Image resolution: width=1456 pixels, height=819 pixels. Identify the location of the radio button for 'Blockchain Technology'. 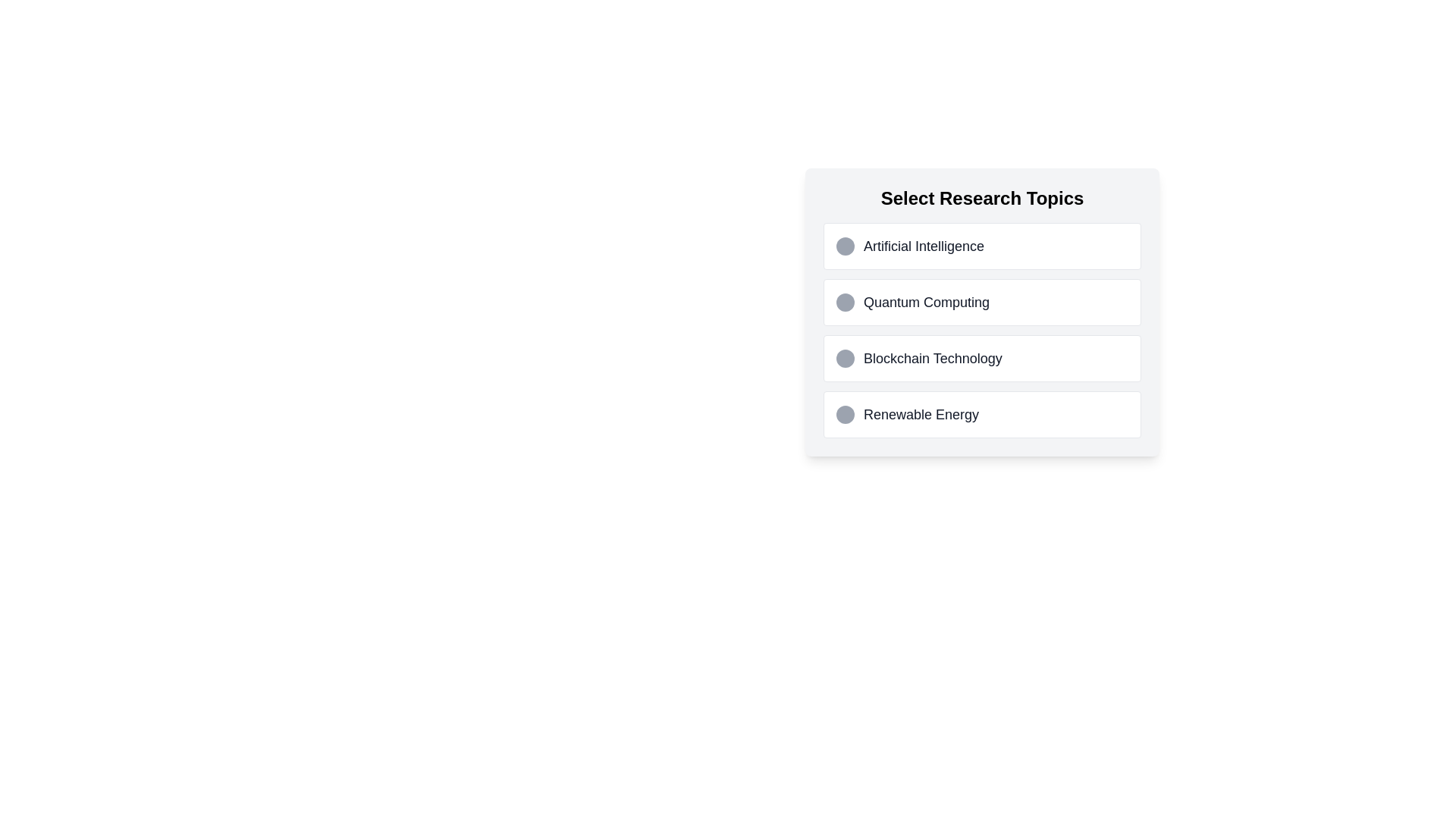
(844, 359).